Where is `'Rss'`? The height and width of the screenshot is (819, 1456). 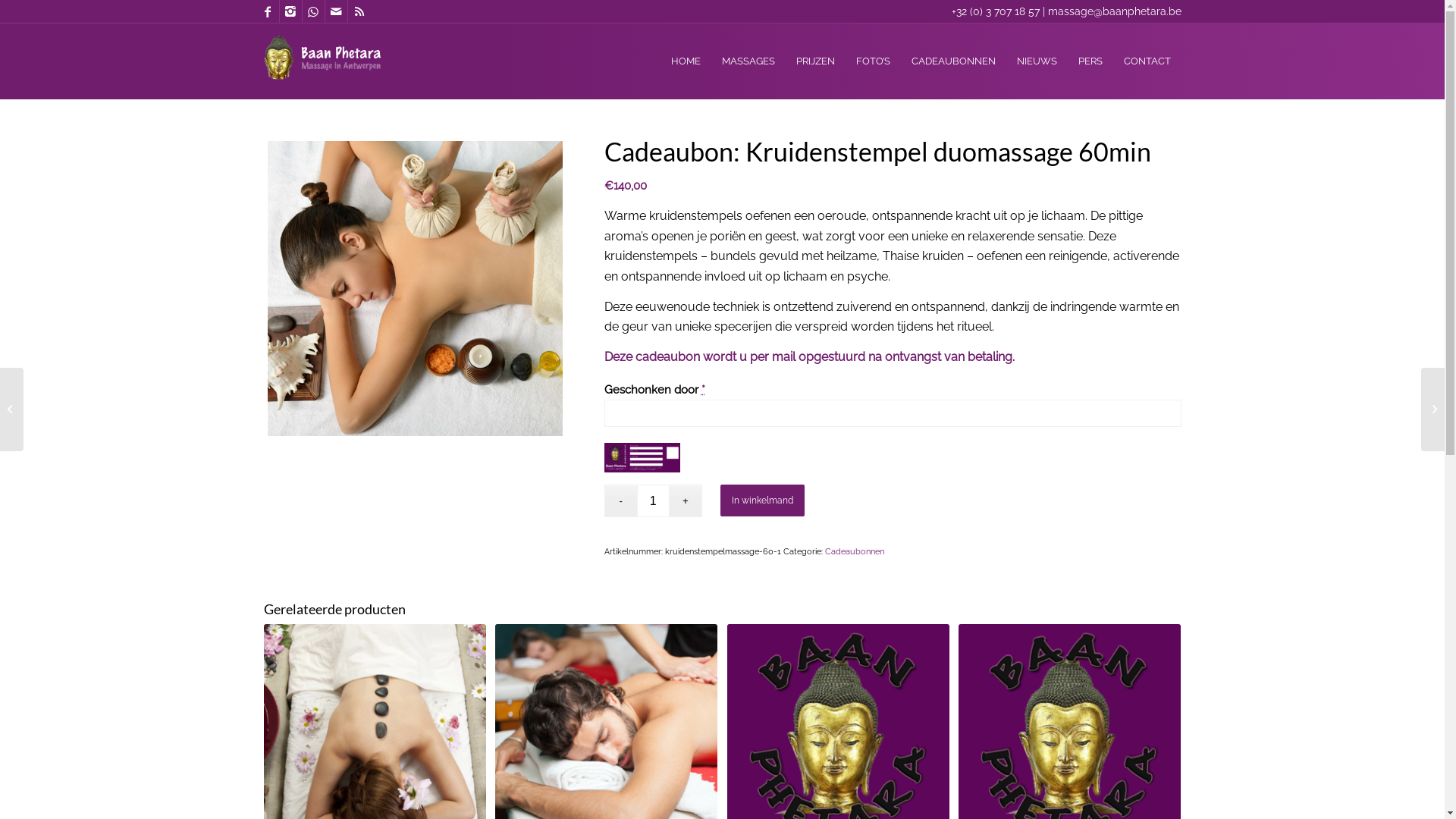 'Rss' is located at coordinates (358, 11).